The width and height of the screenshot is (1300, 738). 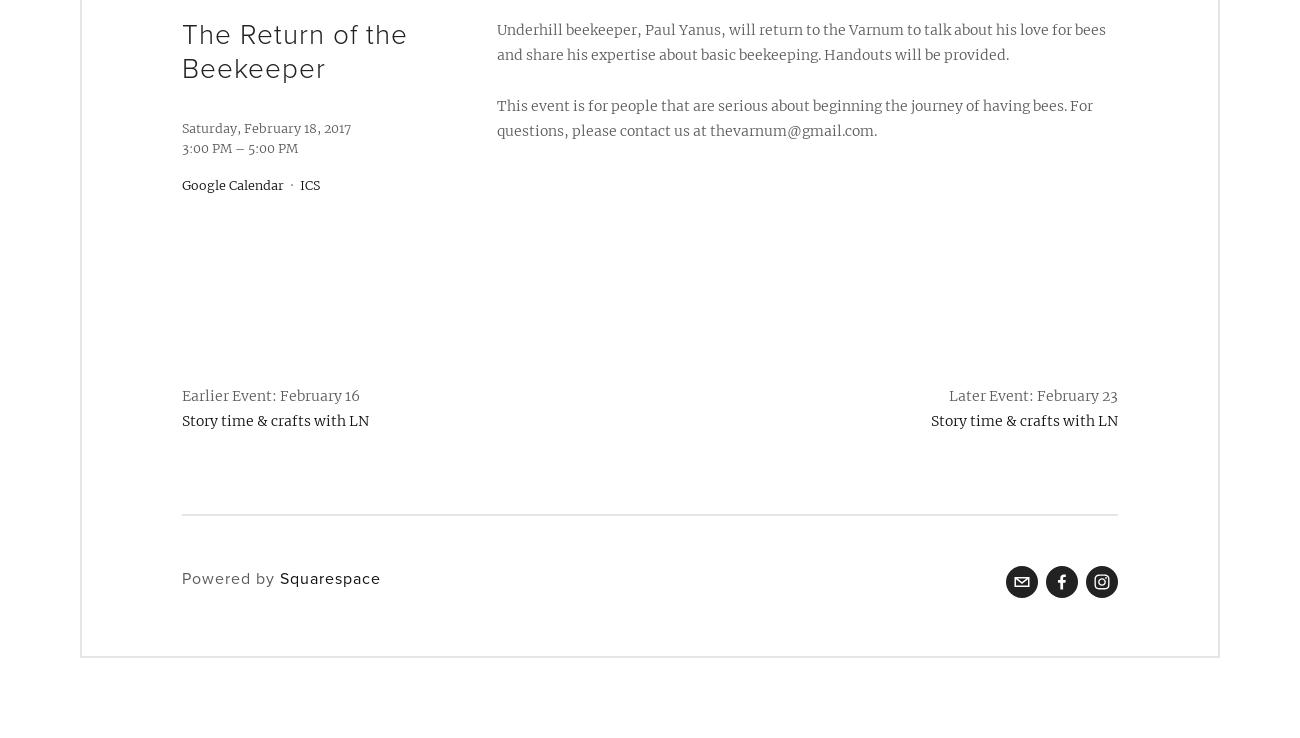 I want to click on 'Powered by', so click(x=230, y=578).